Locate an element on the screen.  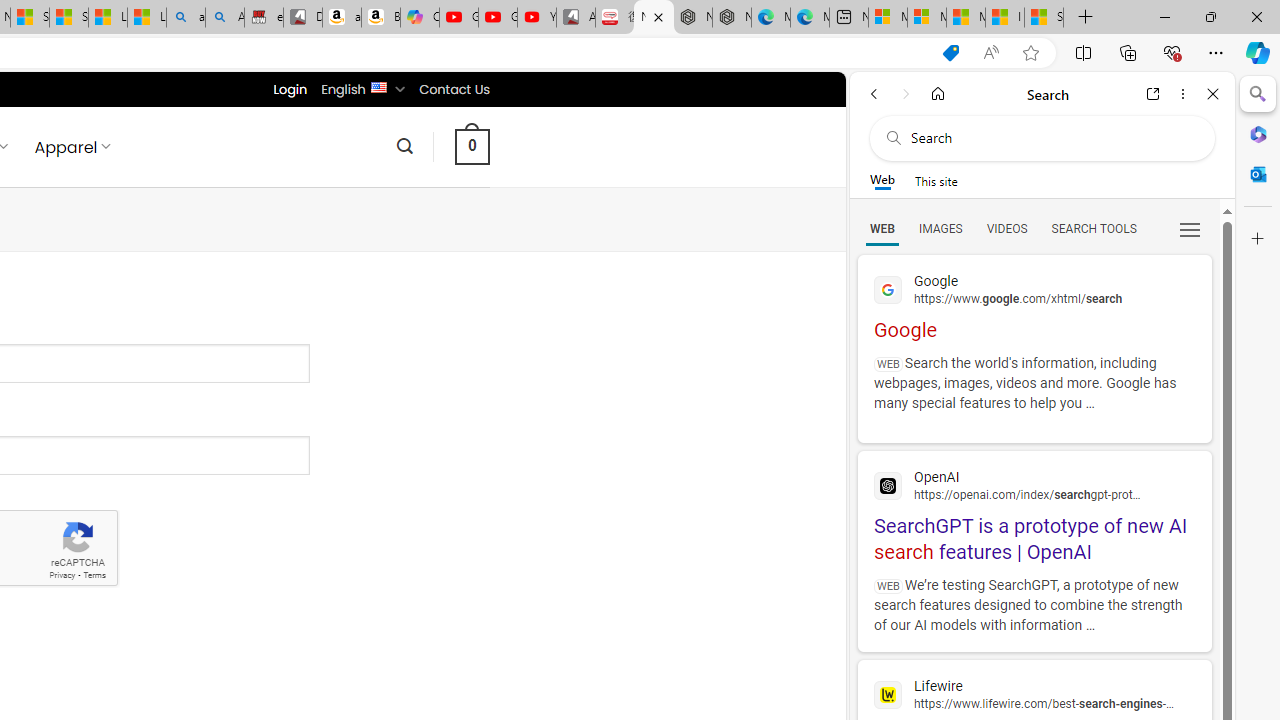
'Search Filter, VIDEOS' is located at coordinates (1006, 227).